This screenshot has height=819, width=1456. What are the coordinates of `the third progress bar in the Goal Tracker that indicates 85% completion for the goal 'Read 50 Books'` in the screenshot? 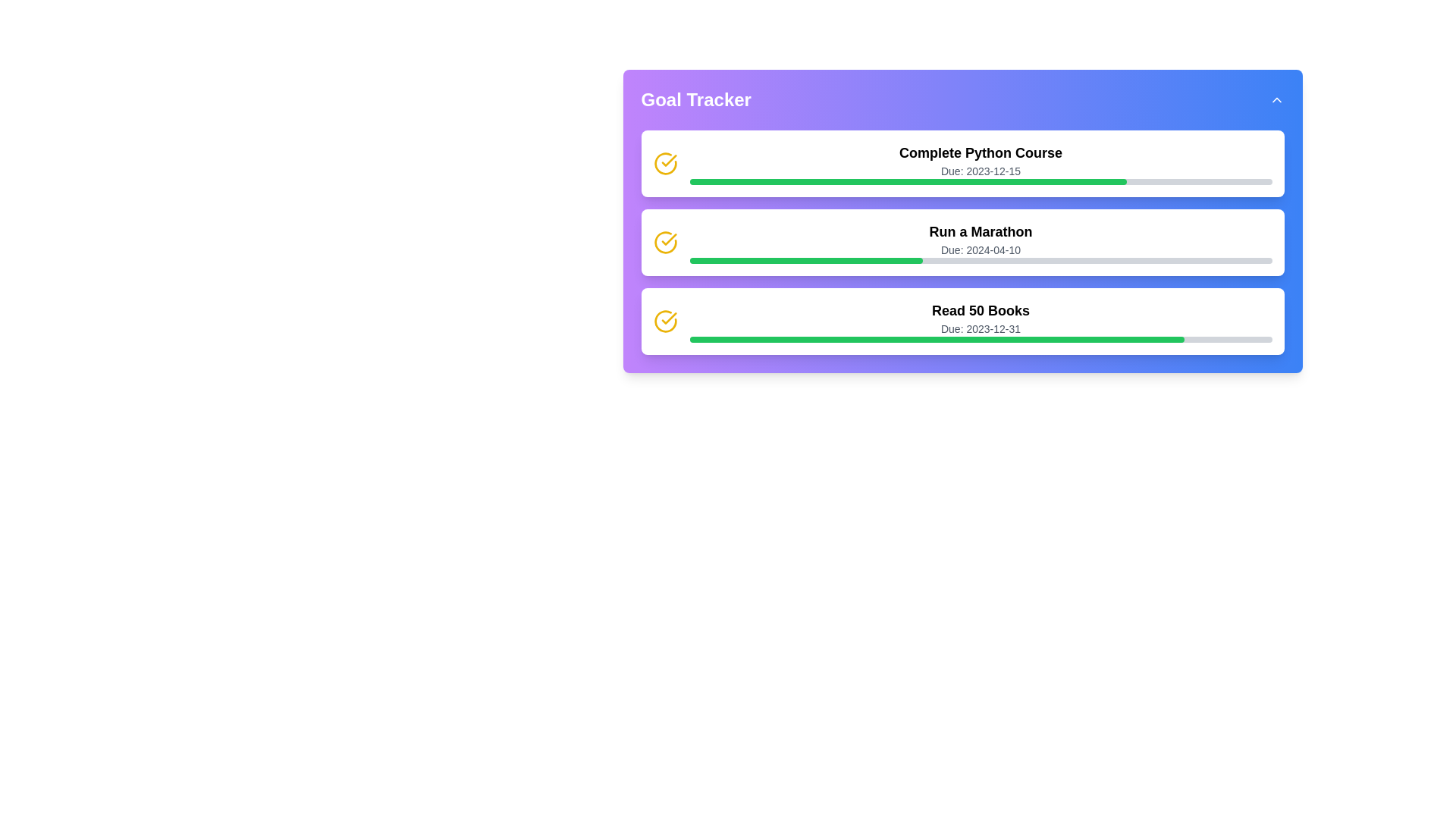 It's located at (981, 338).